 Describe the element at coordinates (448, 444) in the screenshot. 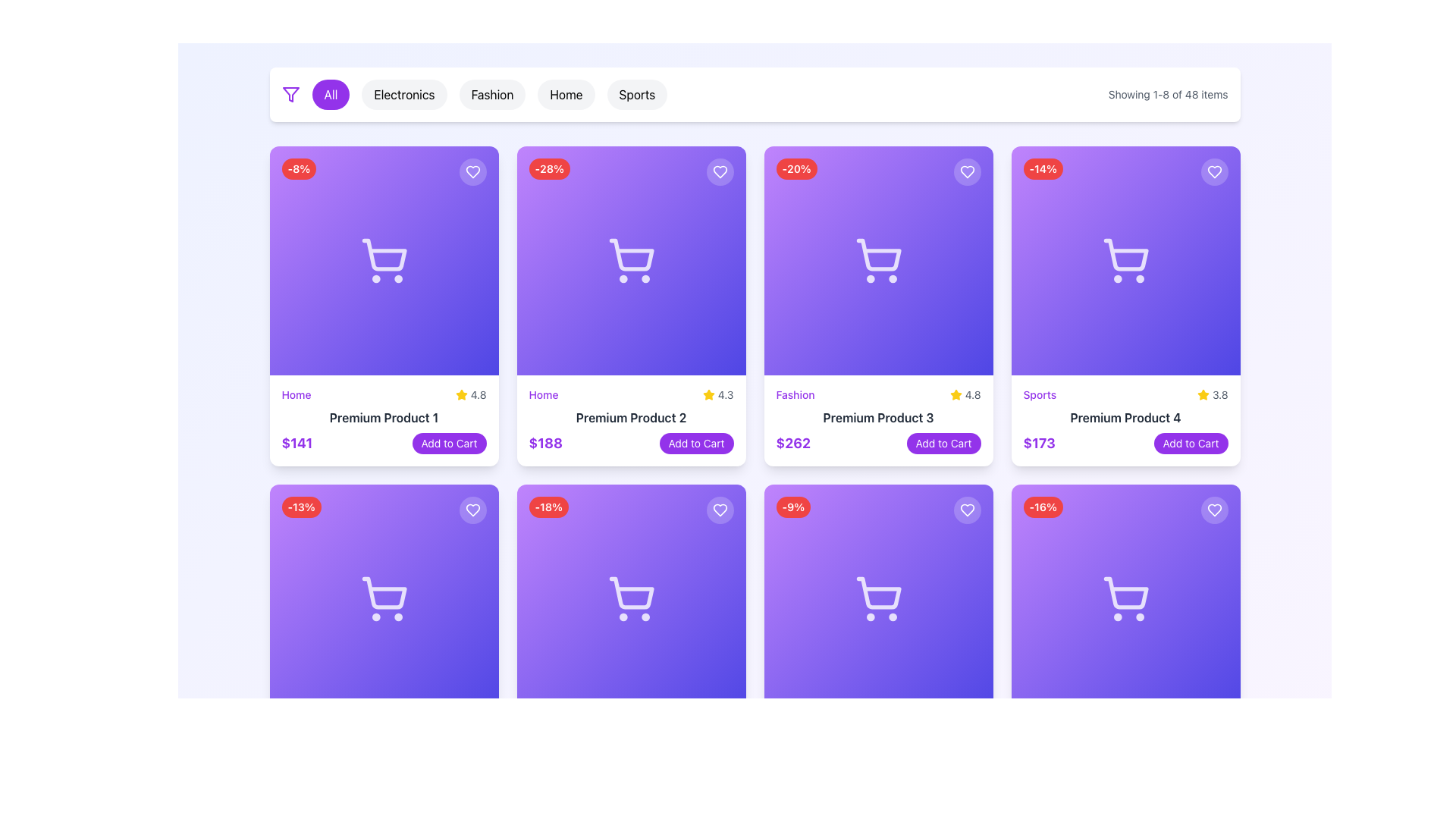

I see `the 'Add to Cart' button, a rectangular button with rounded corners, purple background, and white text, located` at that location.